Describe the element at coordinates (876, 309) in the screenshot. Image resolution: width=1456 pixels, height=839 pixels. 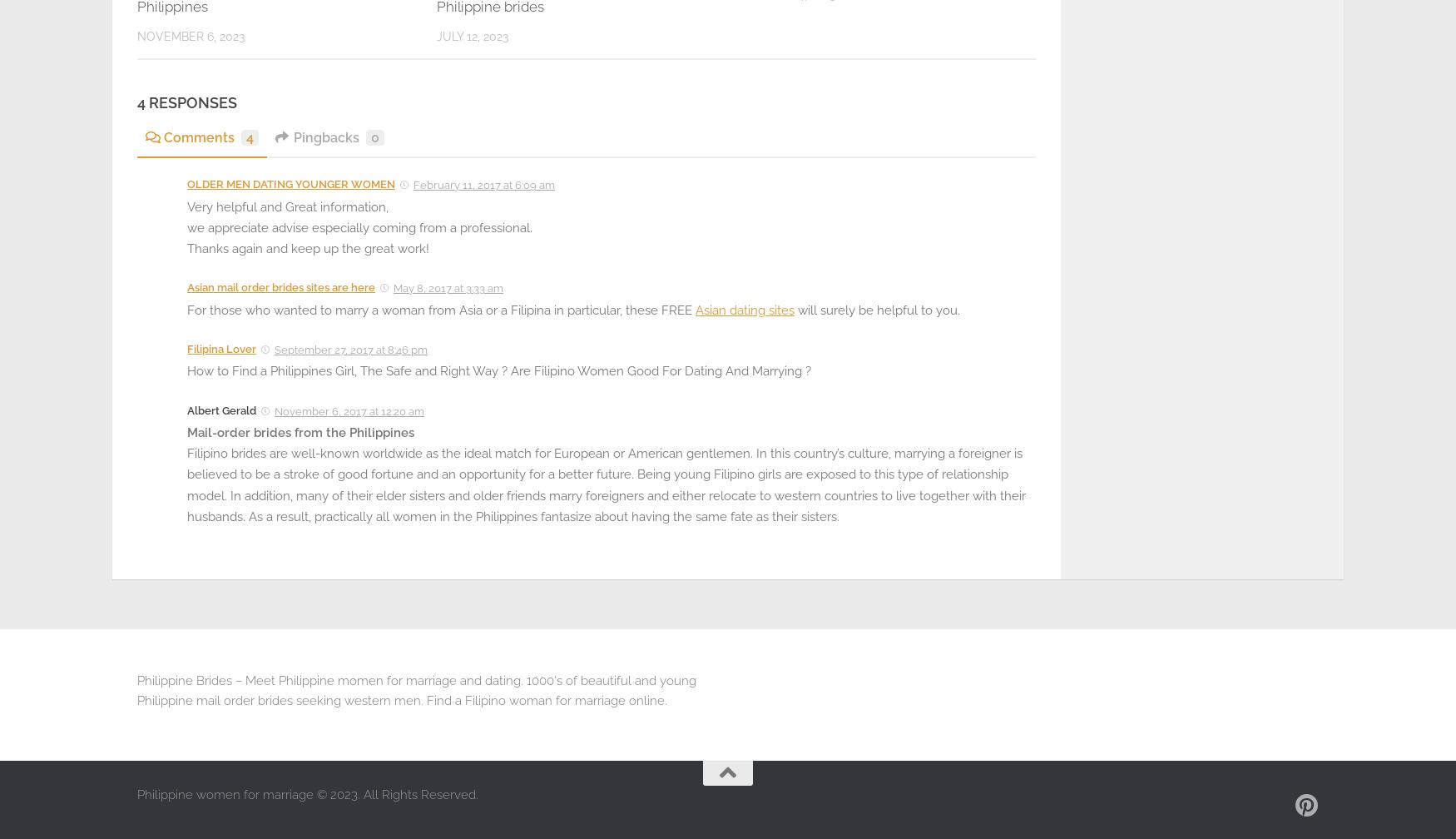
I see `'will surely be helpful to you.'` at that location.